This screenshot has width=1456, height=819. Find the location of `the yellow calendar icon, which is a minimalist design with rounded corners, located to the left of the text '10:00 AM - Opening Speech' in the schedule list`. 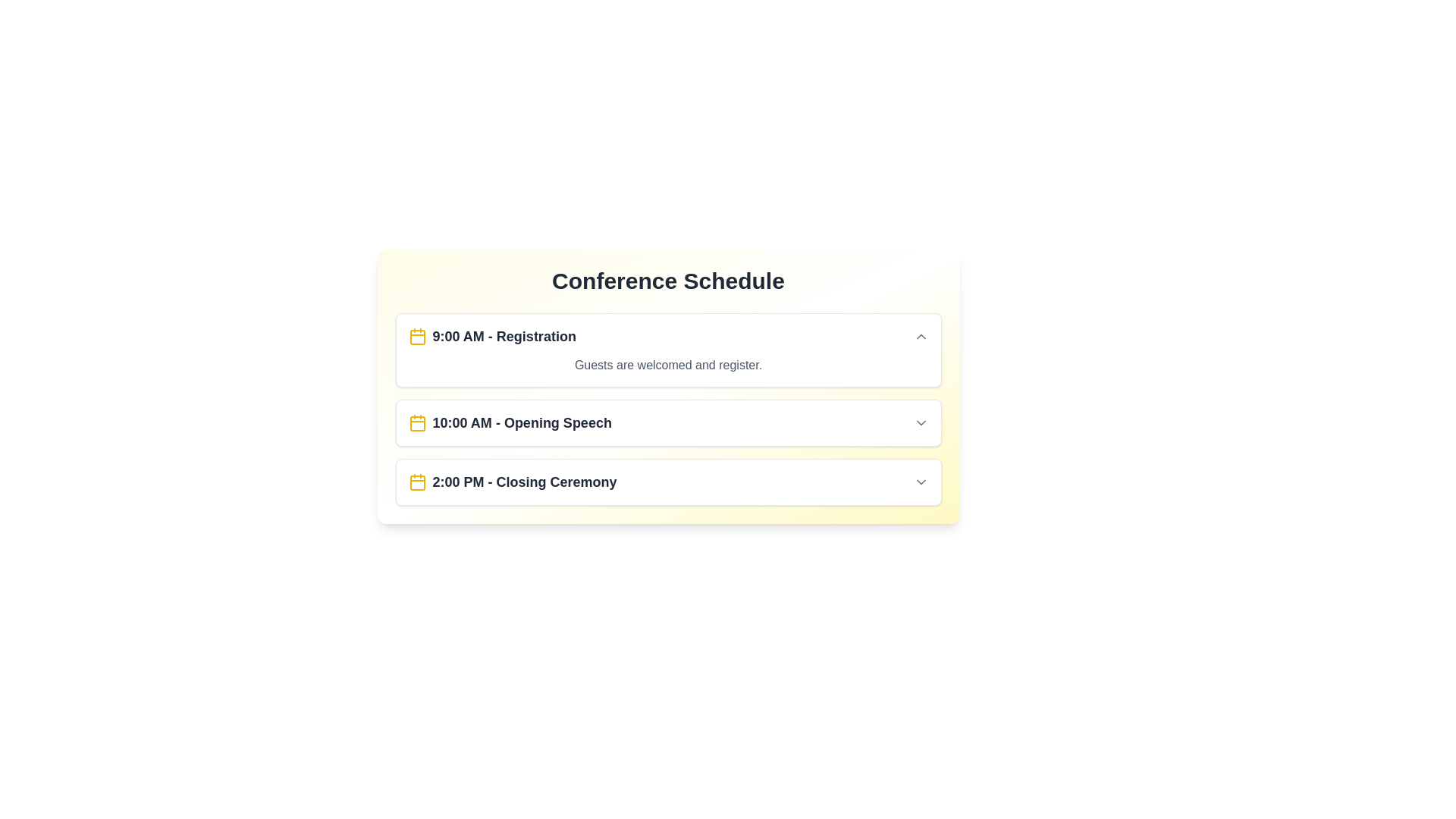

the yellow calendar icon, which is a minimalist design with rounded corners, located to the left of the text '10:00 AM - Opening Speech' in the schedule list is located at coordinates (417, 423).